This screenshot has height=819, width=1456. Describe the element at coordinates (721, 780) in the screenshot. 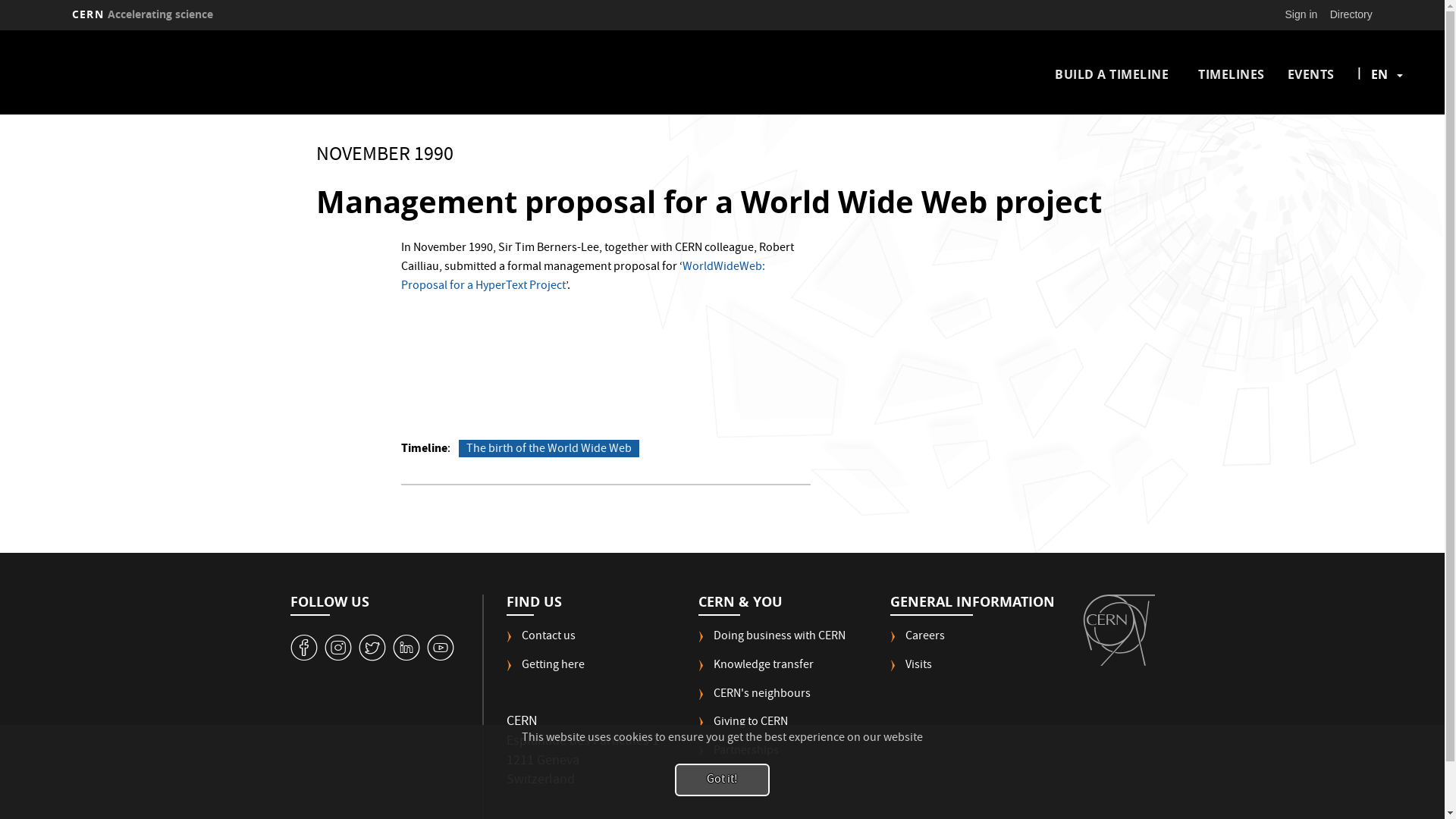

I see `'Got it!'` at that location.